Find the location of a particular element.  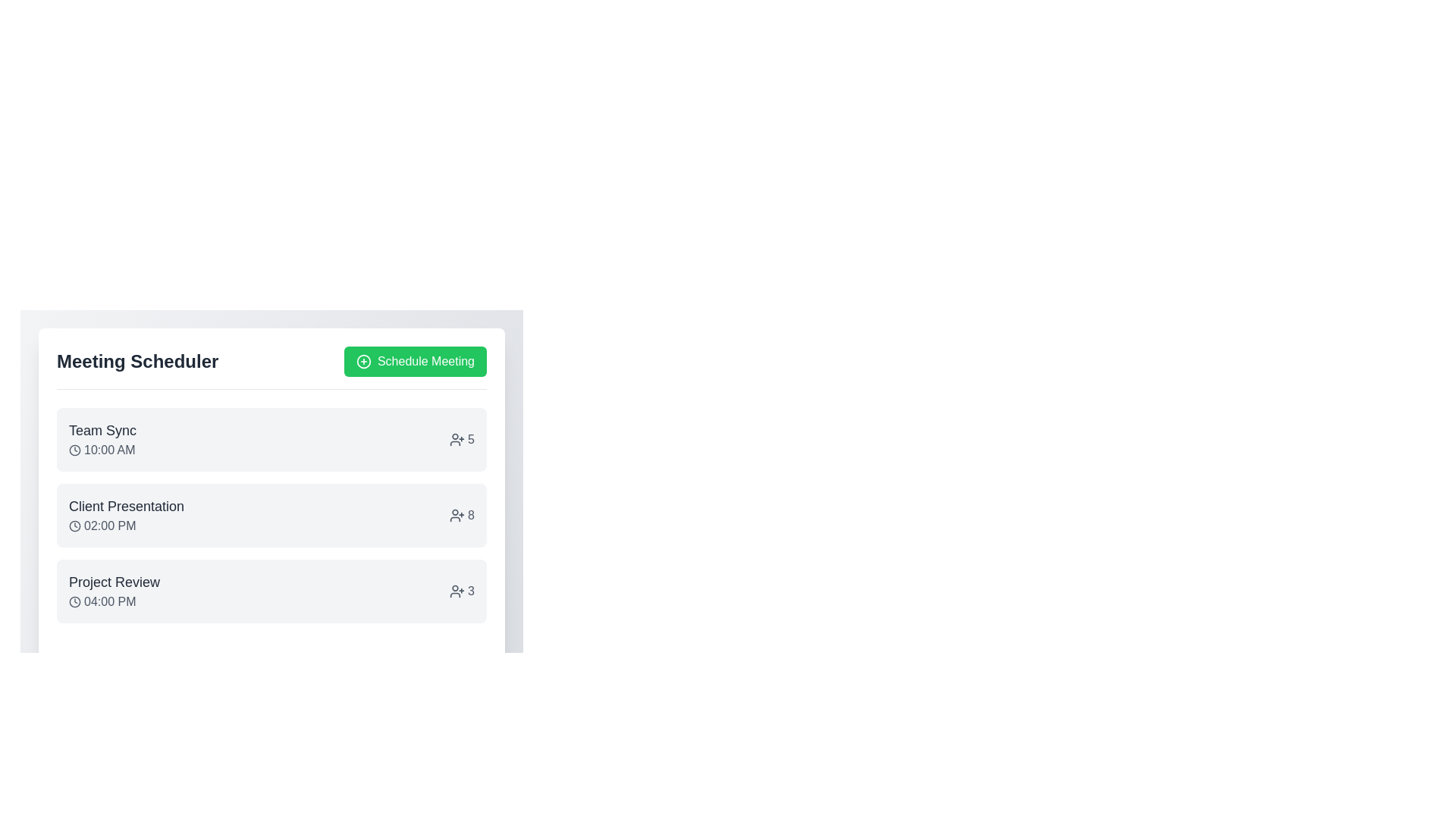

the 'Team Sync' text label is located at coordinates (102, 430).